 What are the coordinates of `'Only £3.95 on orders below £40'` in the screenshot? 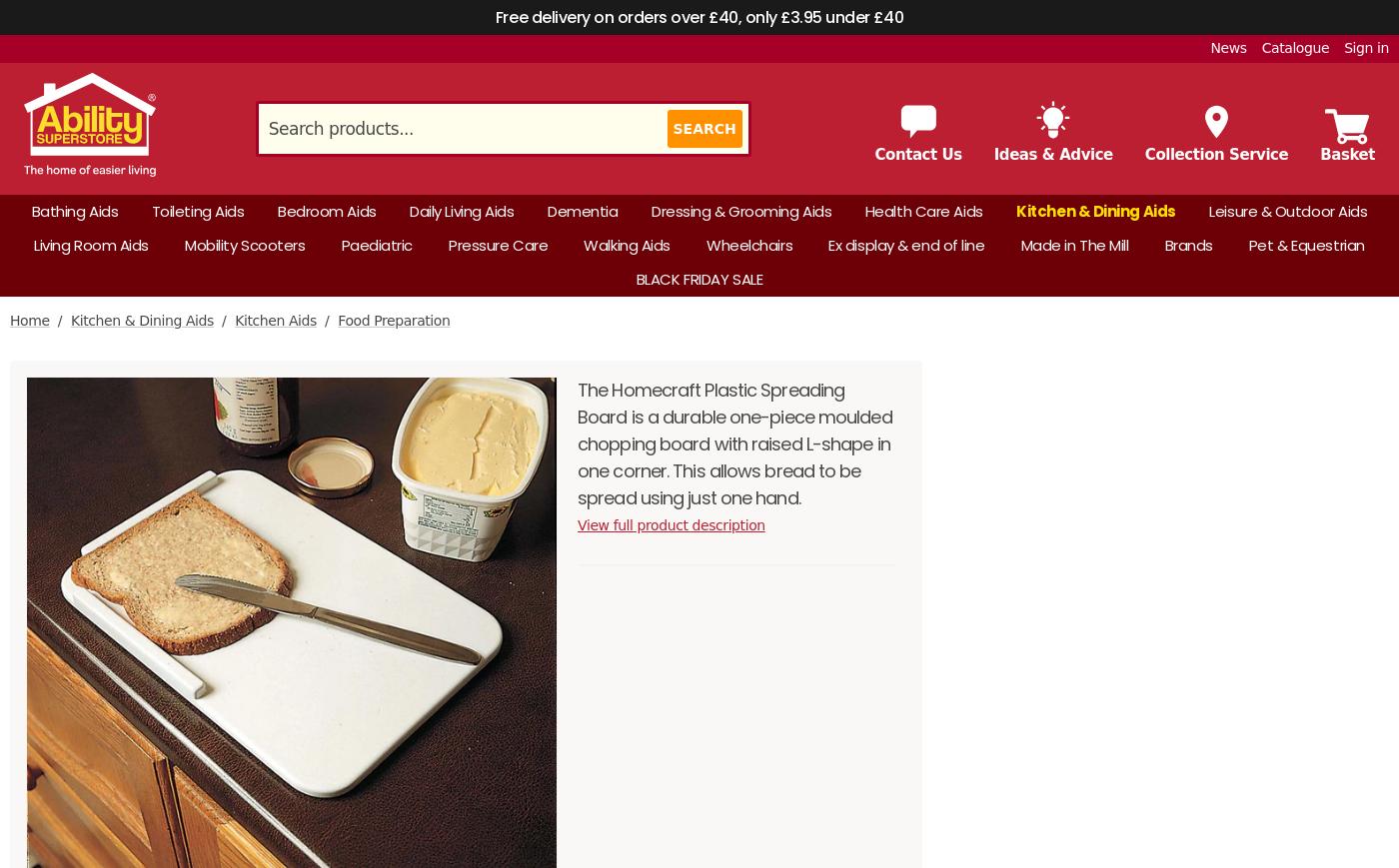 It's located at (981, 478).